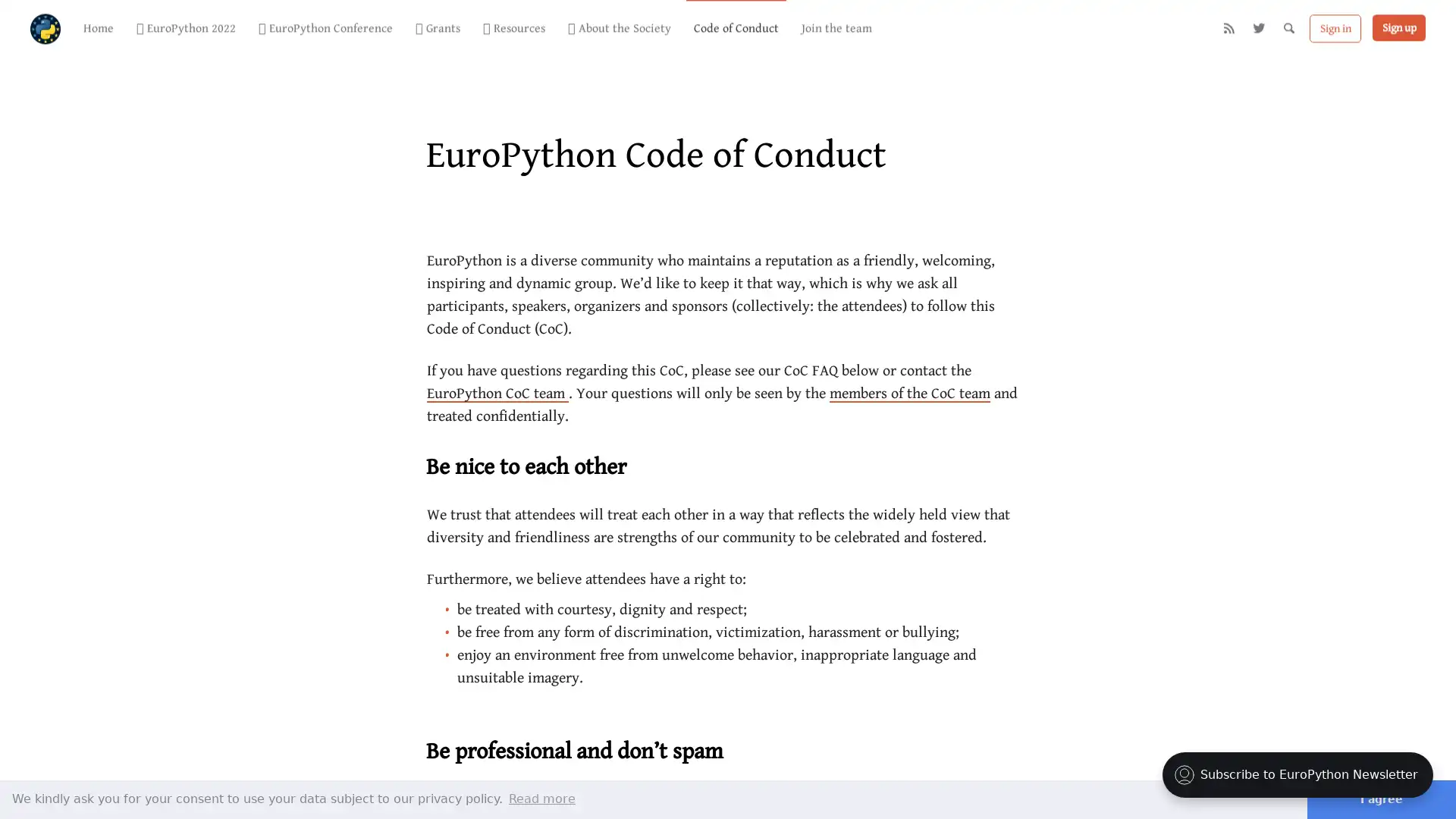 The width and height of the screenshot is (1456, 819). Describe the element at coordinates (1335, 30) in the screenshot. I see `Sign in` at that location.